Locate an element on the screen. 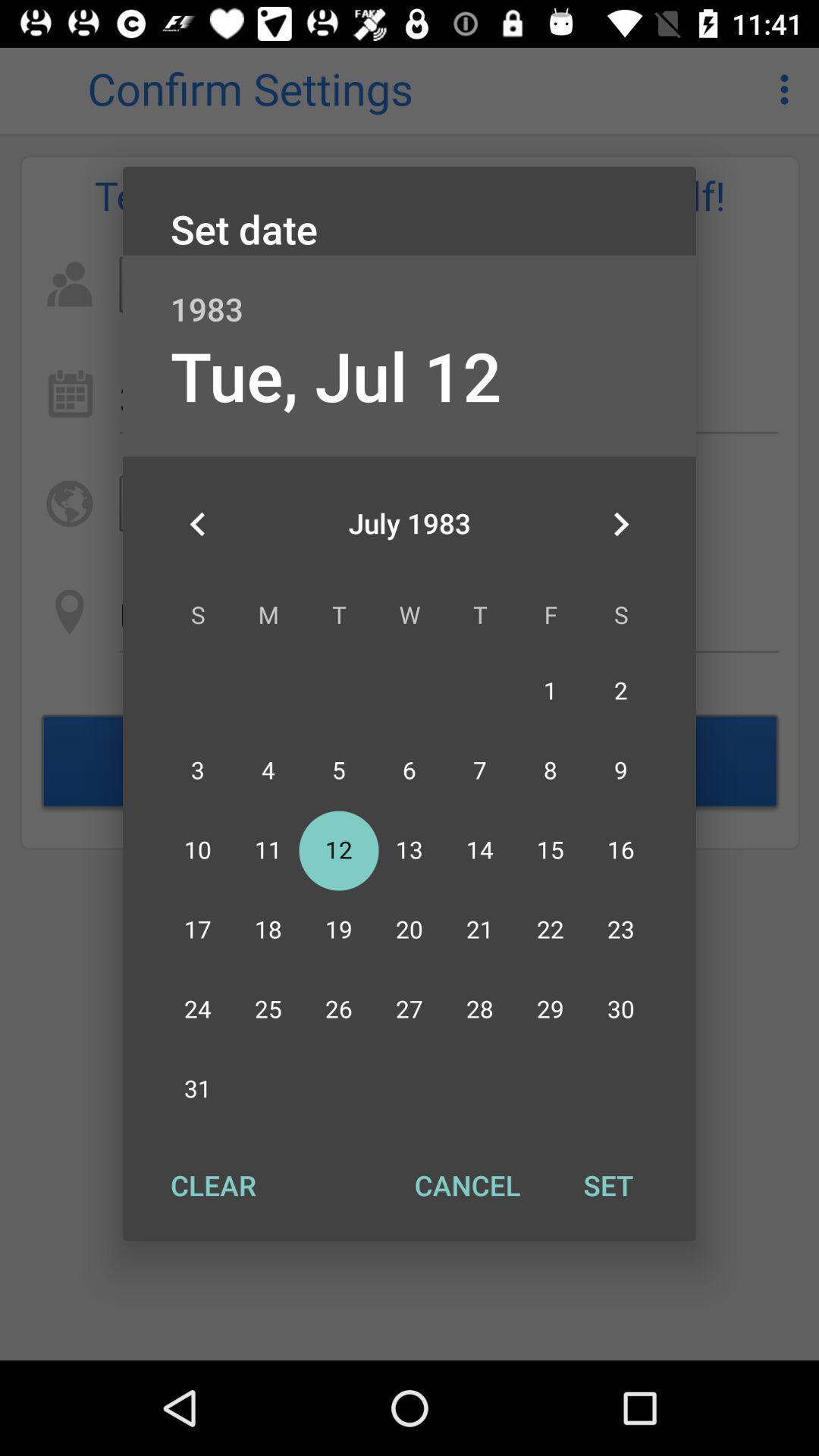 This screenshot has height=1456, width=819. the icon on the left is located at coordinates (197, 524).